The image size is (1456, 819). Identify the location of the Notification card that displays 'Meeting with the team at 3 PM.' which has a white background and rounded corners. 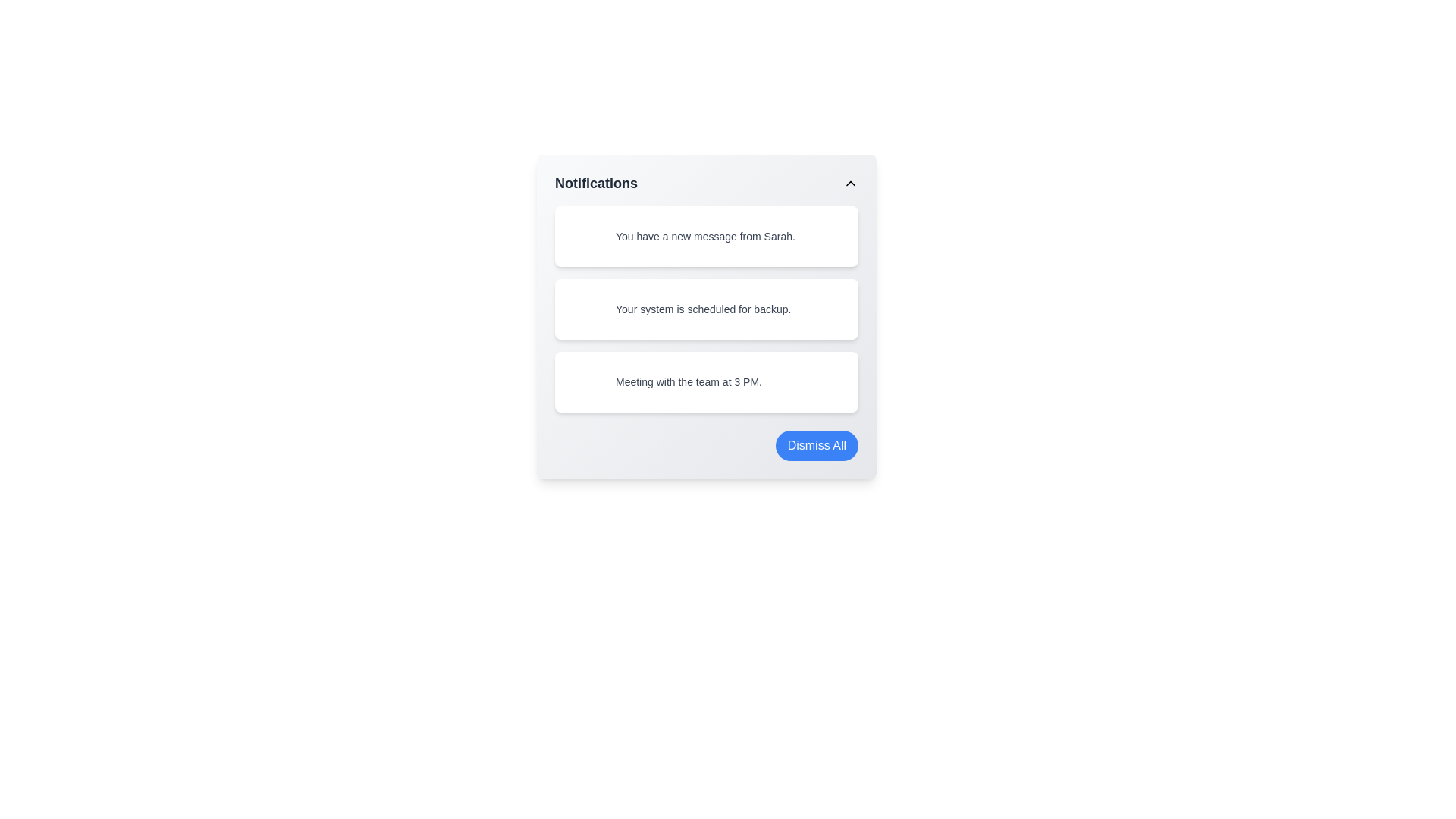
(705, 381).